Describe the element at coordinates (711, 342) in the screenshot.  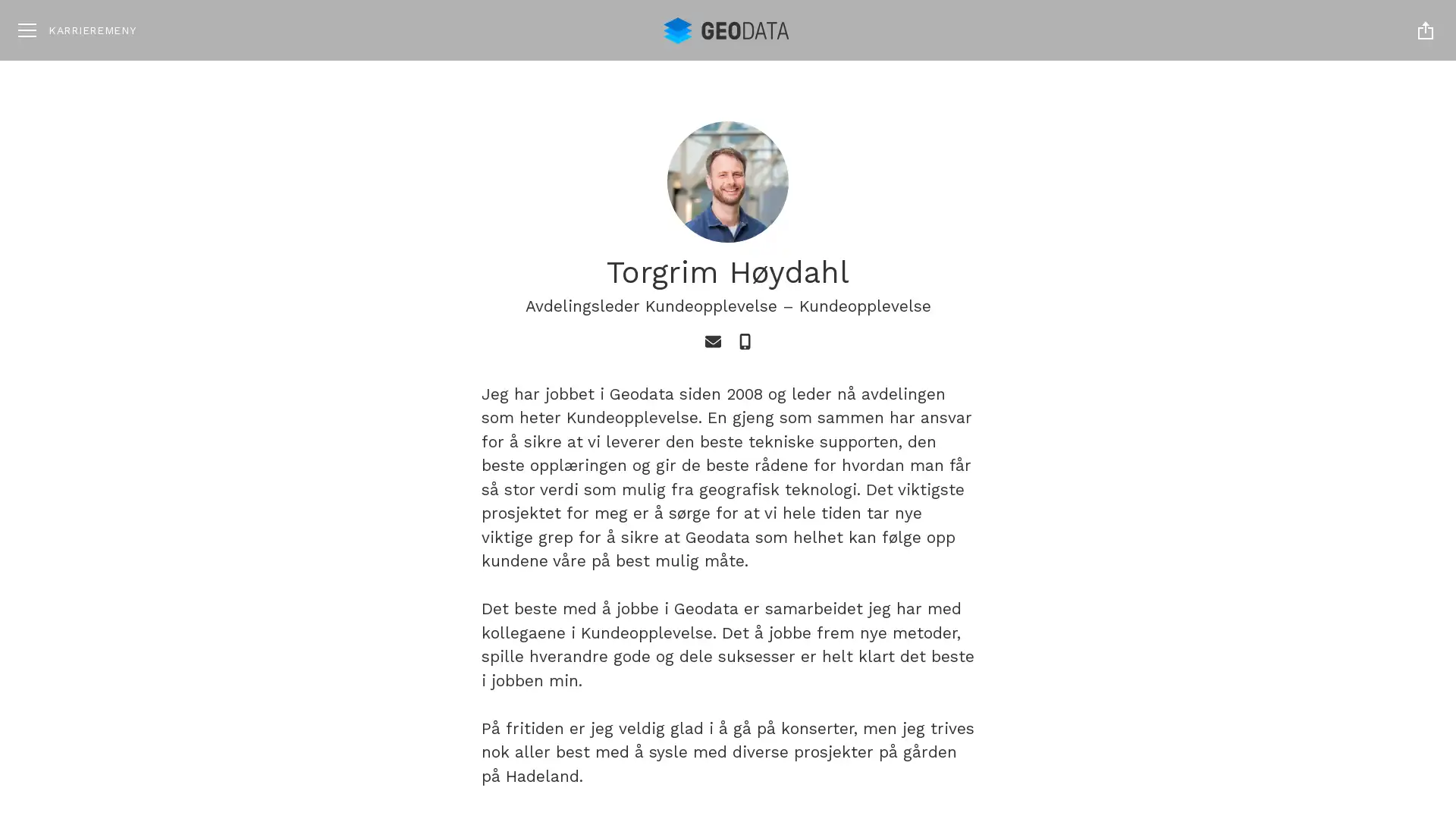
I see `E-post` at that location.